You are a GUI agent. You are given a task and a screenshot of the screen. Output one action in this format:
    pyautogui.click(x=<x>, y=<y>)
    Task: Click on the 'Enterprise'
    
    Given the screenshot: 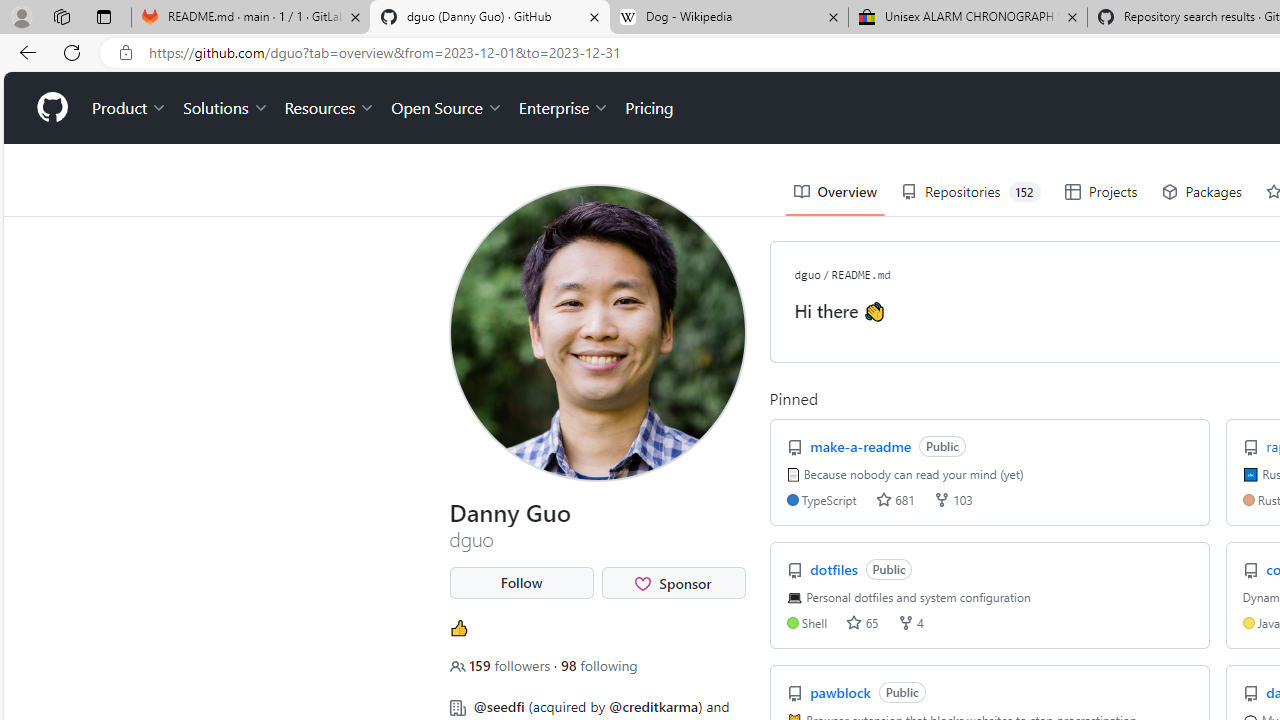 What is the action you would take?
    pyautogui.click(x=562, y=108)
    